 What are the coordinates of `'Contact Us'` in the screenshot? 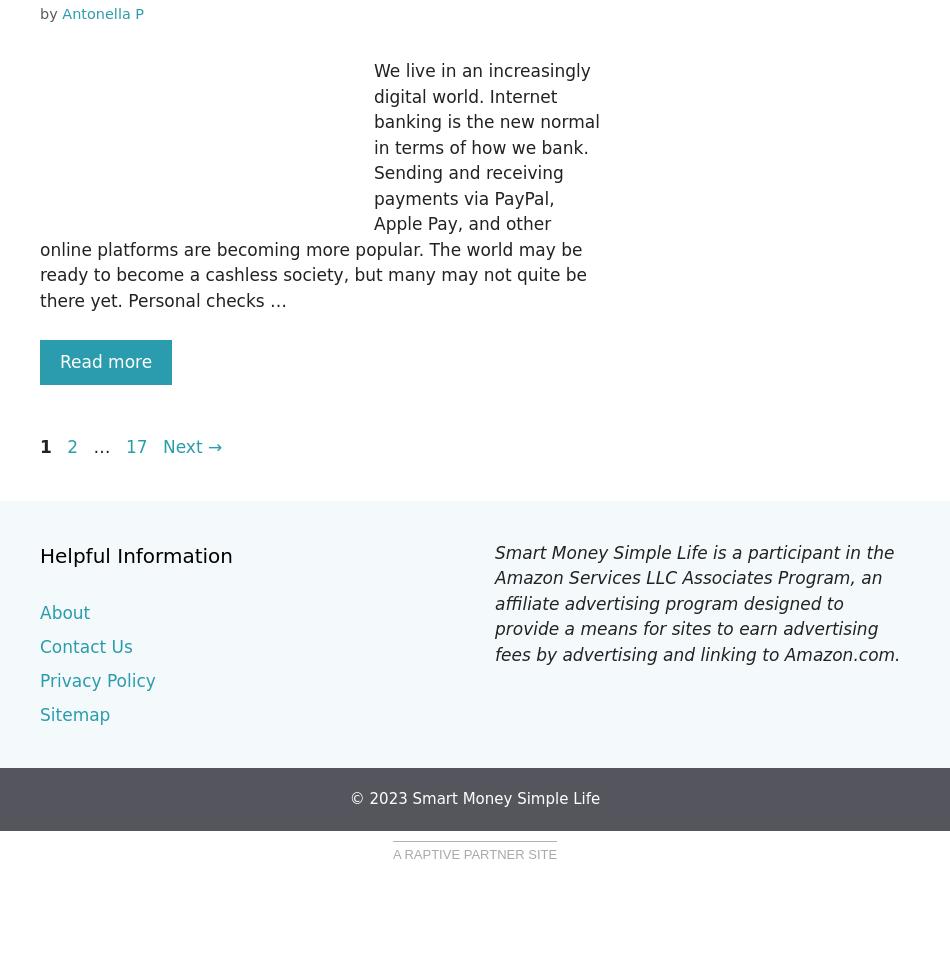 It's located at (85, 644).